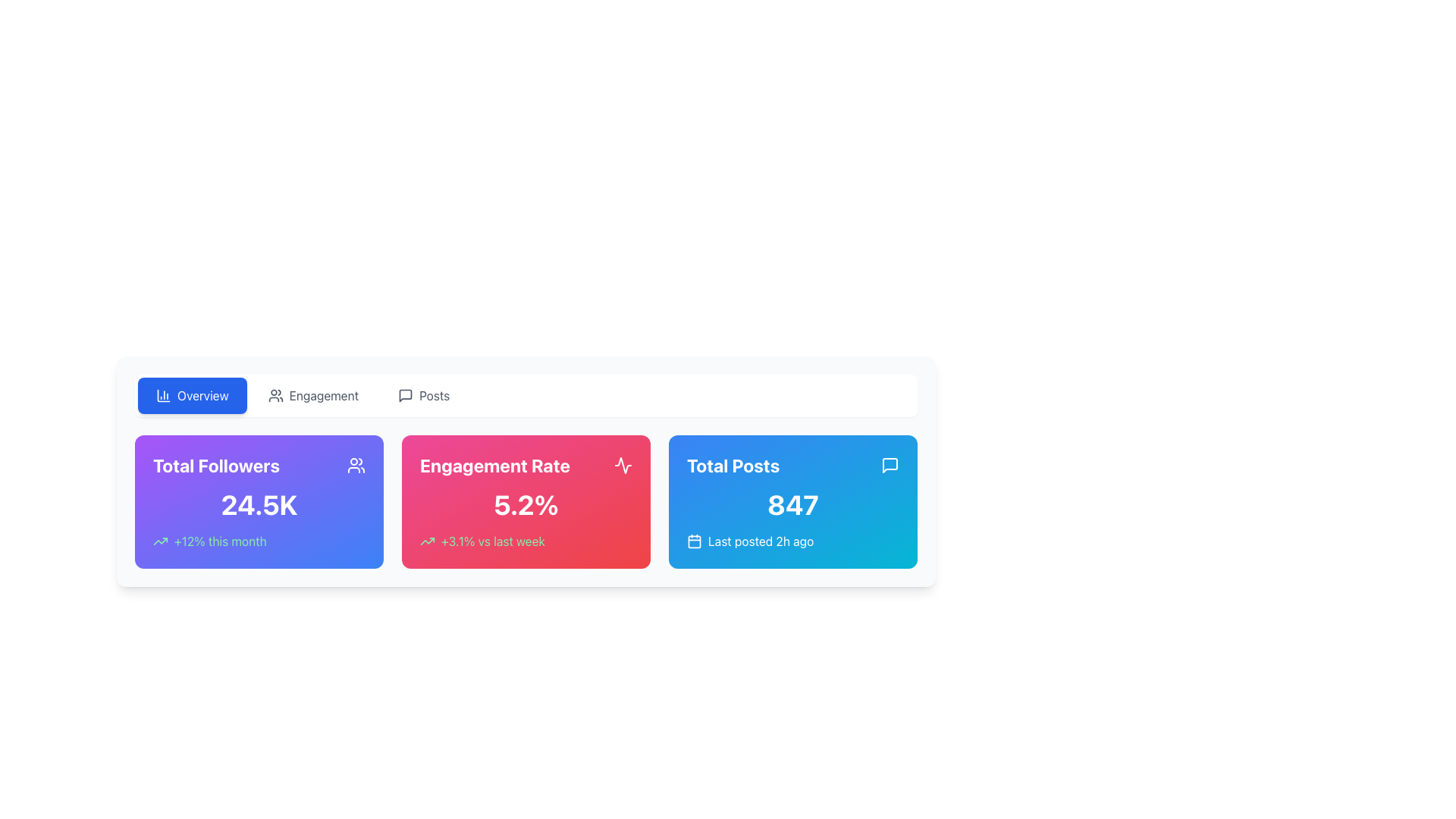 The image size is (1456, 819). I want to click on the graphical SVG icon located at the top-right corner of the 'Engagement Rate' card, which symbolizes activity or performance metrics, so click(623, 464).